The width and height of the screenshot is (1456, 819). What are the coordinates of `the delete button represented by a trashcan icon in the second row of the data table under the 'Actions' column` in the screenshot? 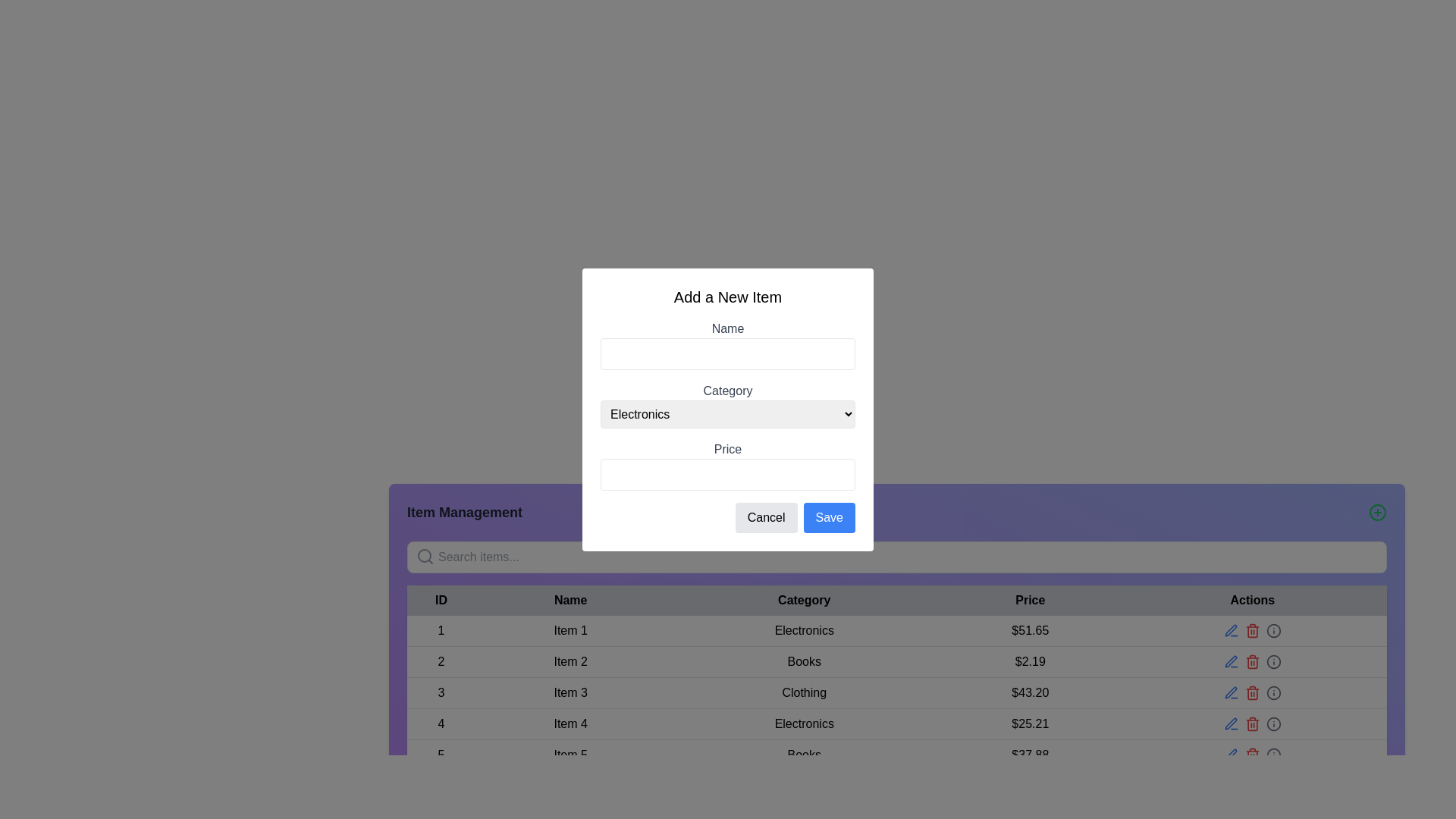 It's located at (1252, 662).